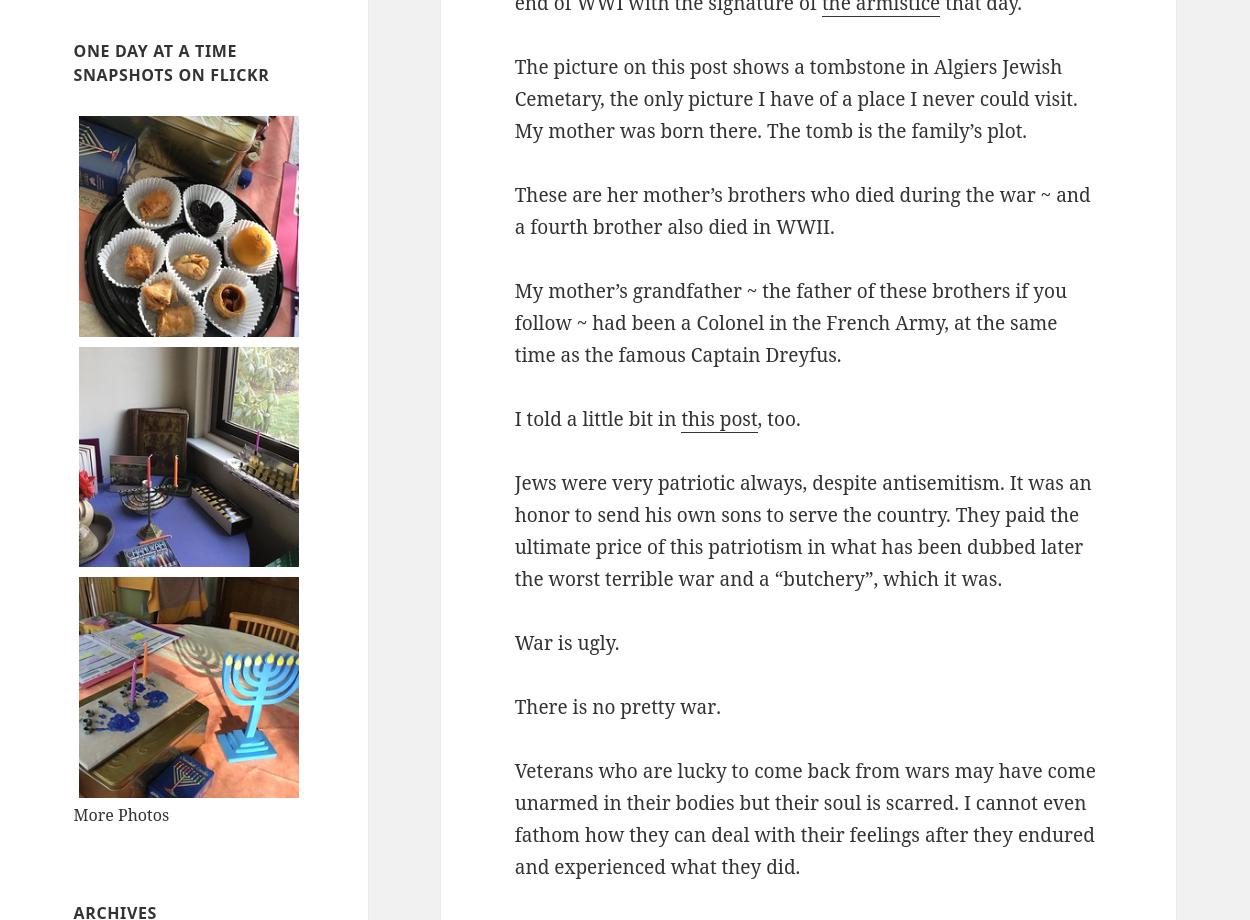  I want to click on 'Jews were very patriotic always, despite antisemitism. It was an honor to send his own sons to serve the country. They paid the ultimate price of this patriotism in what has been dubbed later the worst terrible war and a “butchery”, which it was.', so click(514, 530).